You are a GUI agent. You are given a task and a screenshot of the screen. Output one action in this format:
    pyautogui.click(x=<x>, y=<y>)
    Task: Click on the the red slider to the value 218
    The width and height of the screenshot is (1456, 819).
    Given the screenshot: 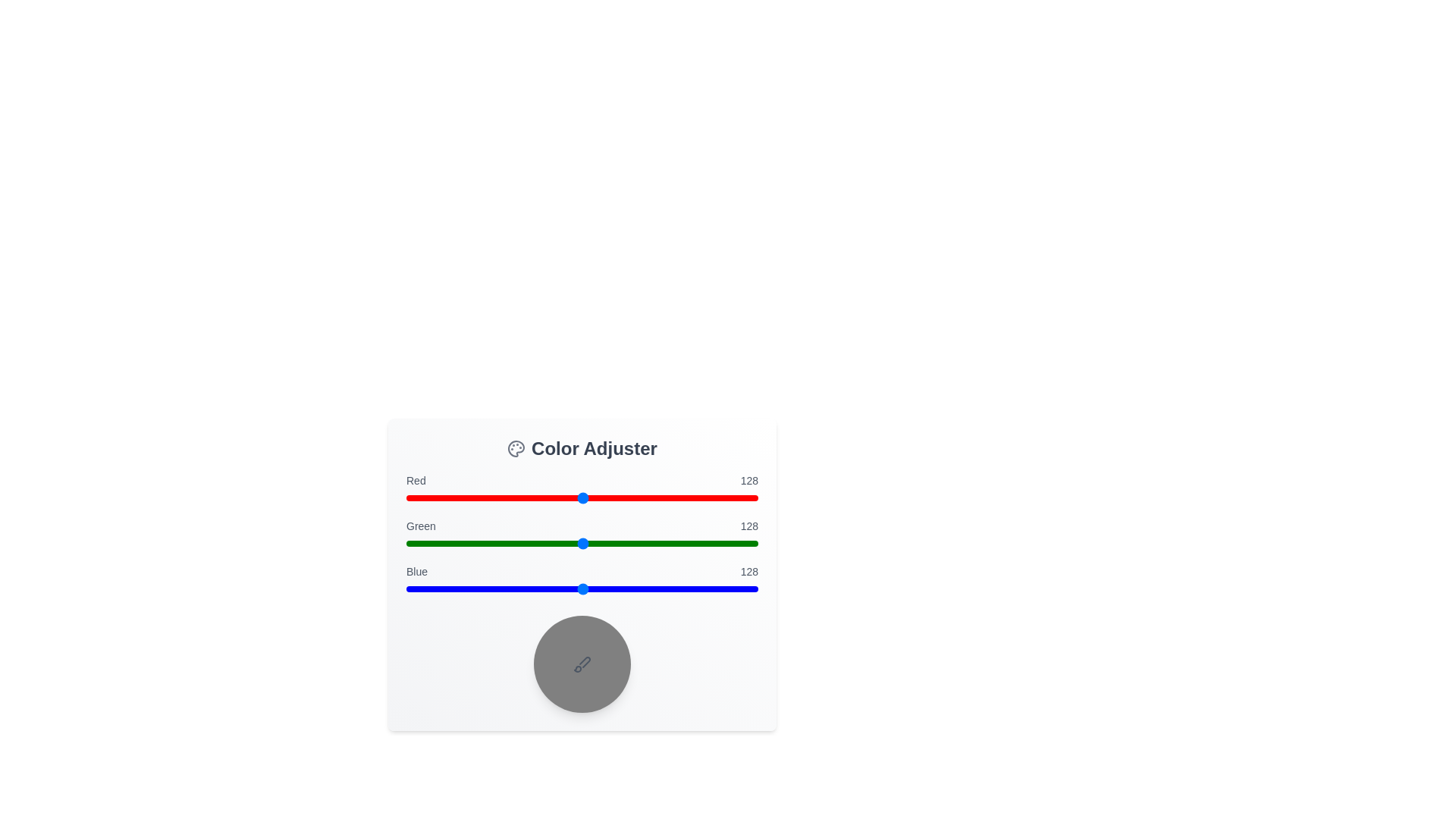 What is the action you would take?
    pyautogui.click(x=706, y=497)
    